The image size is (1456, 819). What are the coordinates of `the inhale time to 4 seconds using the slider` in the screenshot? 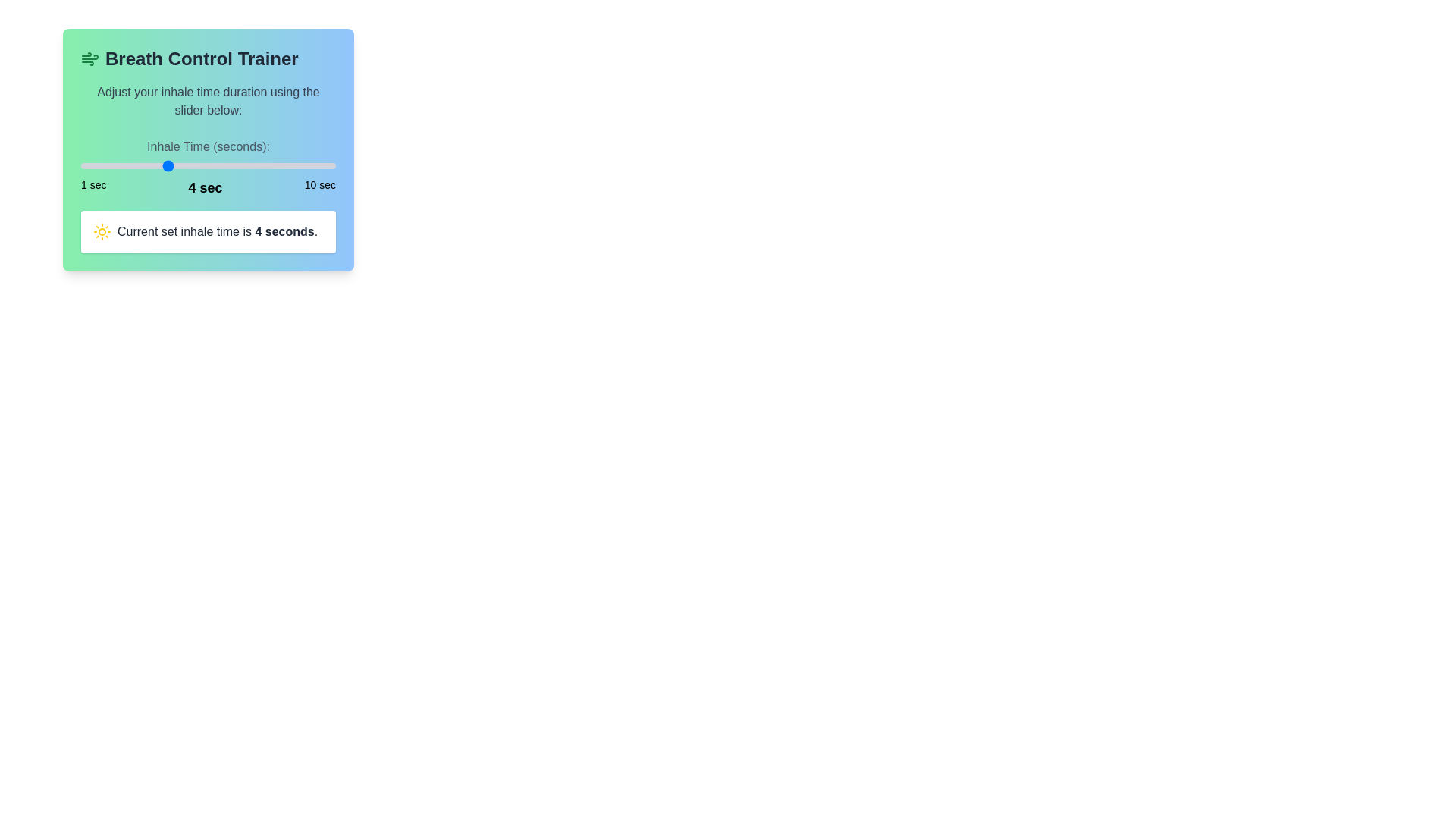 It's located at (166, 166).